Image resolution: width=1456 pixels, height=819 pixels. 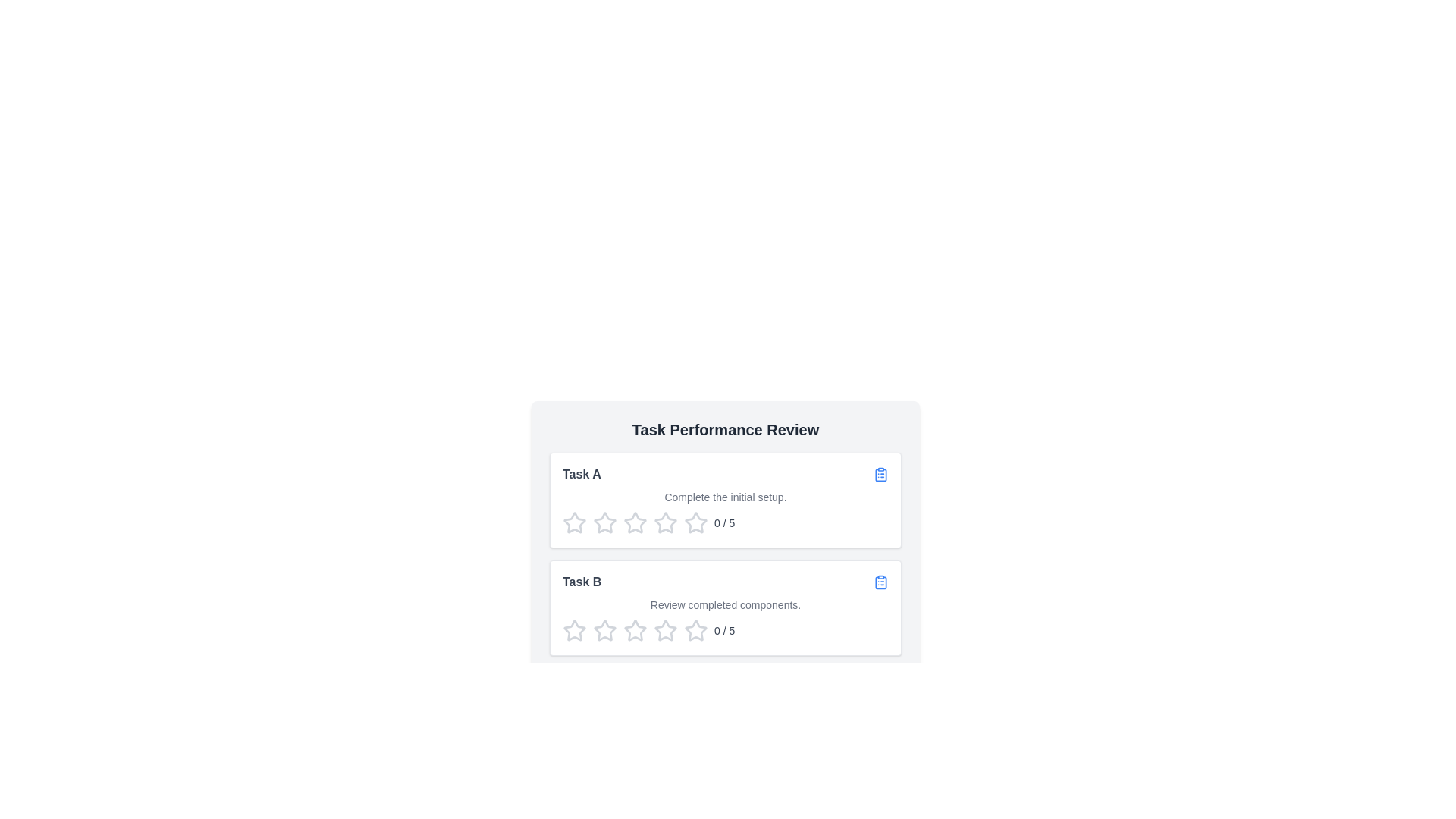 I want to click on the Rating indicator text displaying '0 / 5' located to the right of the star icons in the 'Task AComplete the initial setup.' section, so click(x=724, y=522).